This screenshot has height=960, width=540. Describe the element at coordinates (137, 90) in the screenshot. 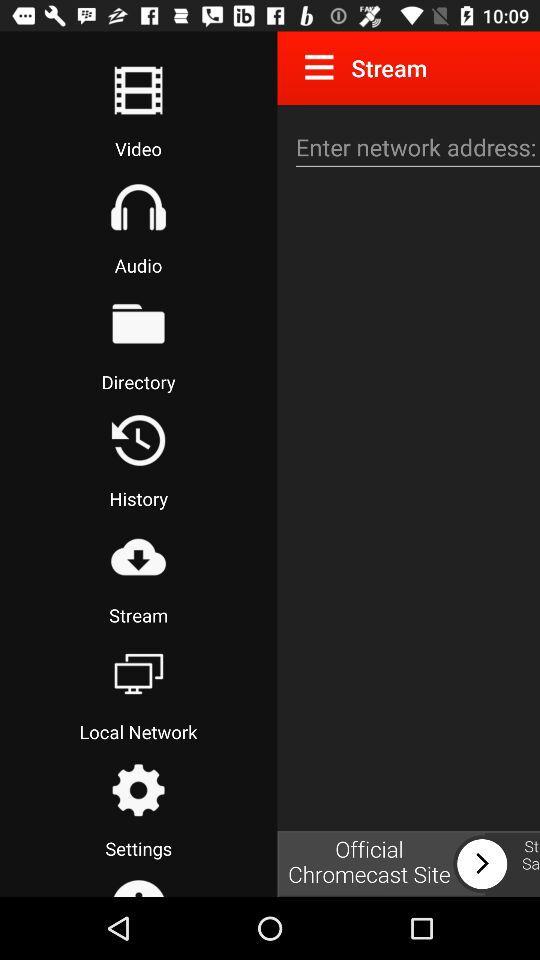

I see `video` at that location.